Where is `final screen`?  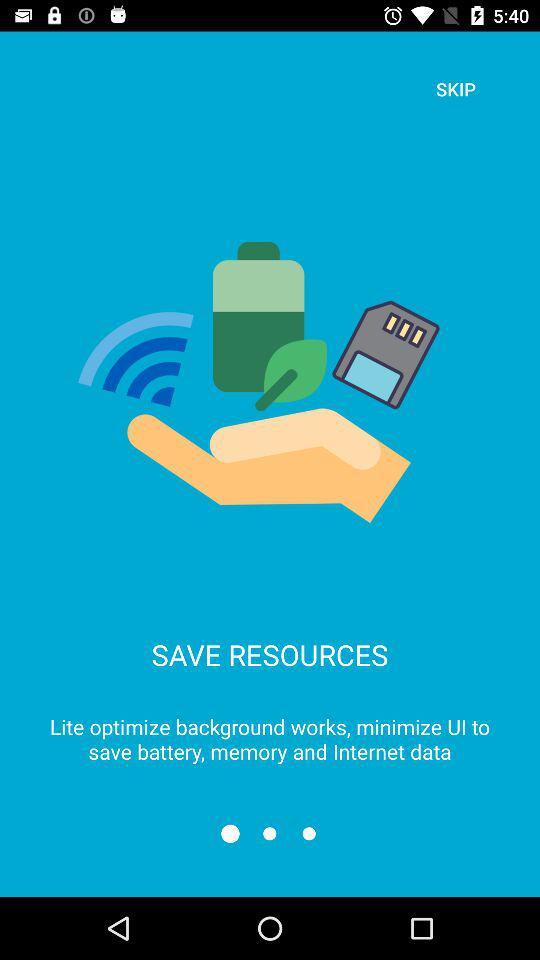
final screen is located at coordinates (309, 833).